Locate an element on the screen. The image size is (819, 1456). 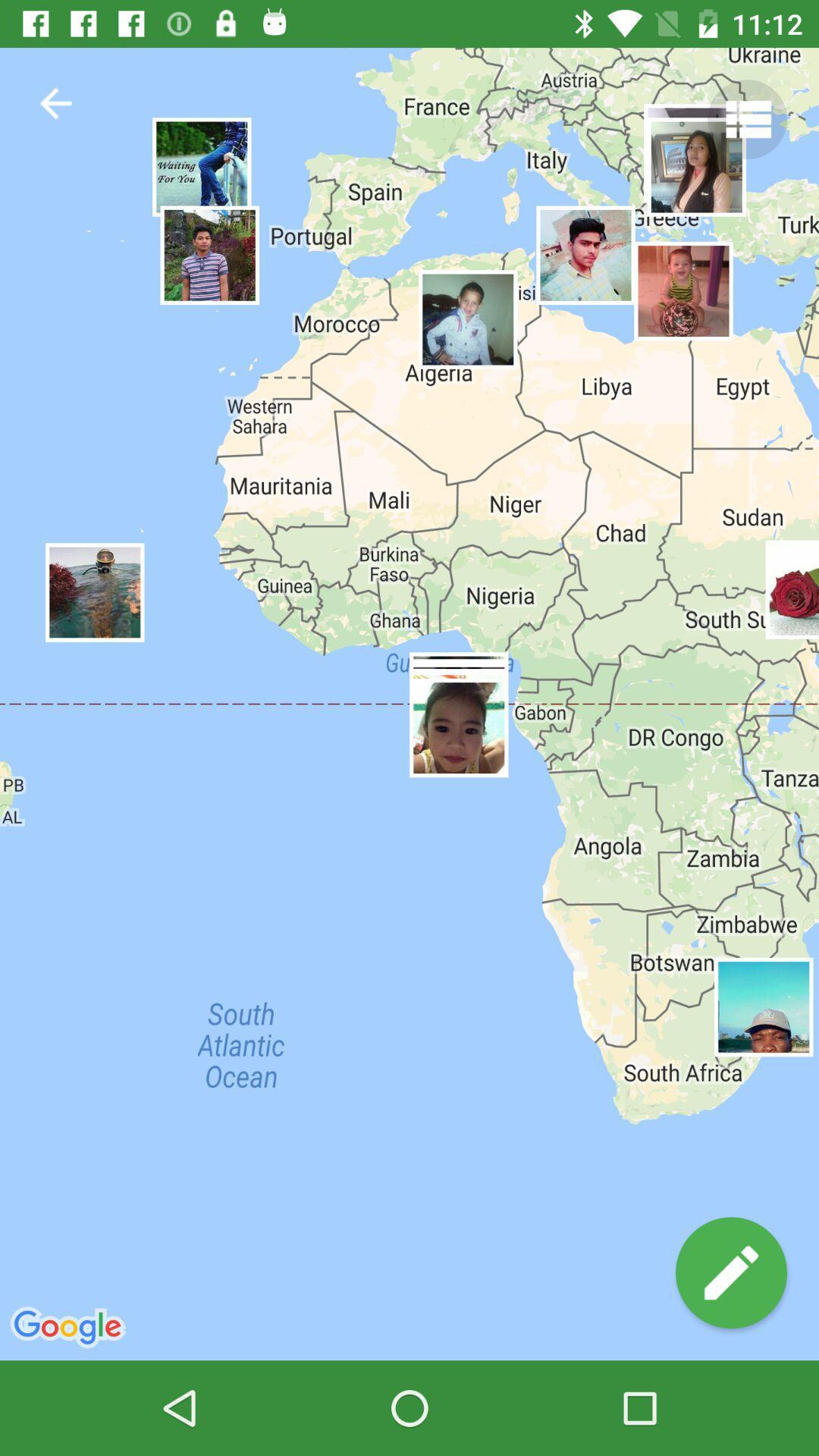
the edit icon is located at coordinates (730, 1272).